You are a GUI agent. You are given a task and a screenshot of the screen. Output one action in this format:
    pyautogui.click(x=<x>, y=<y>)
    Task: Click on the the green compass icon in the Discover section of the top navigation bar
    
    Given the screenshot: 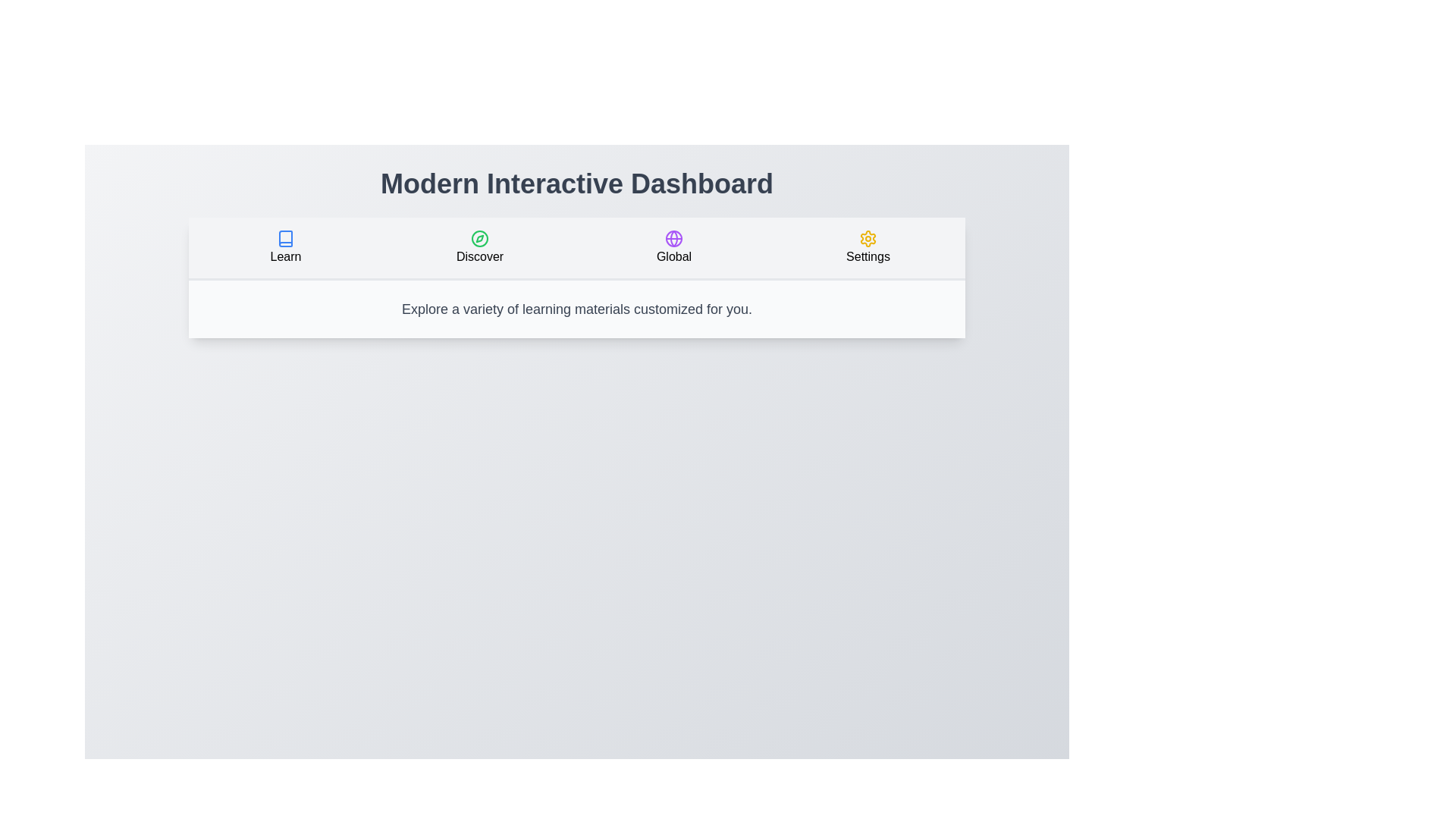 What is the action you would take?
    pyautogui.click(x=479, y=239)
    